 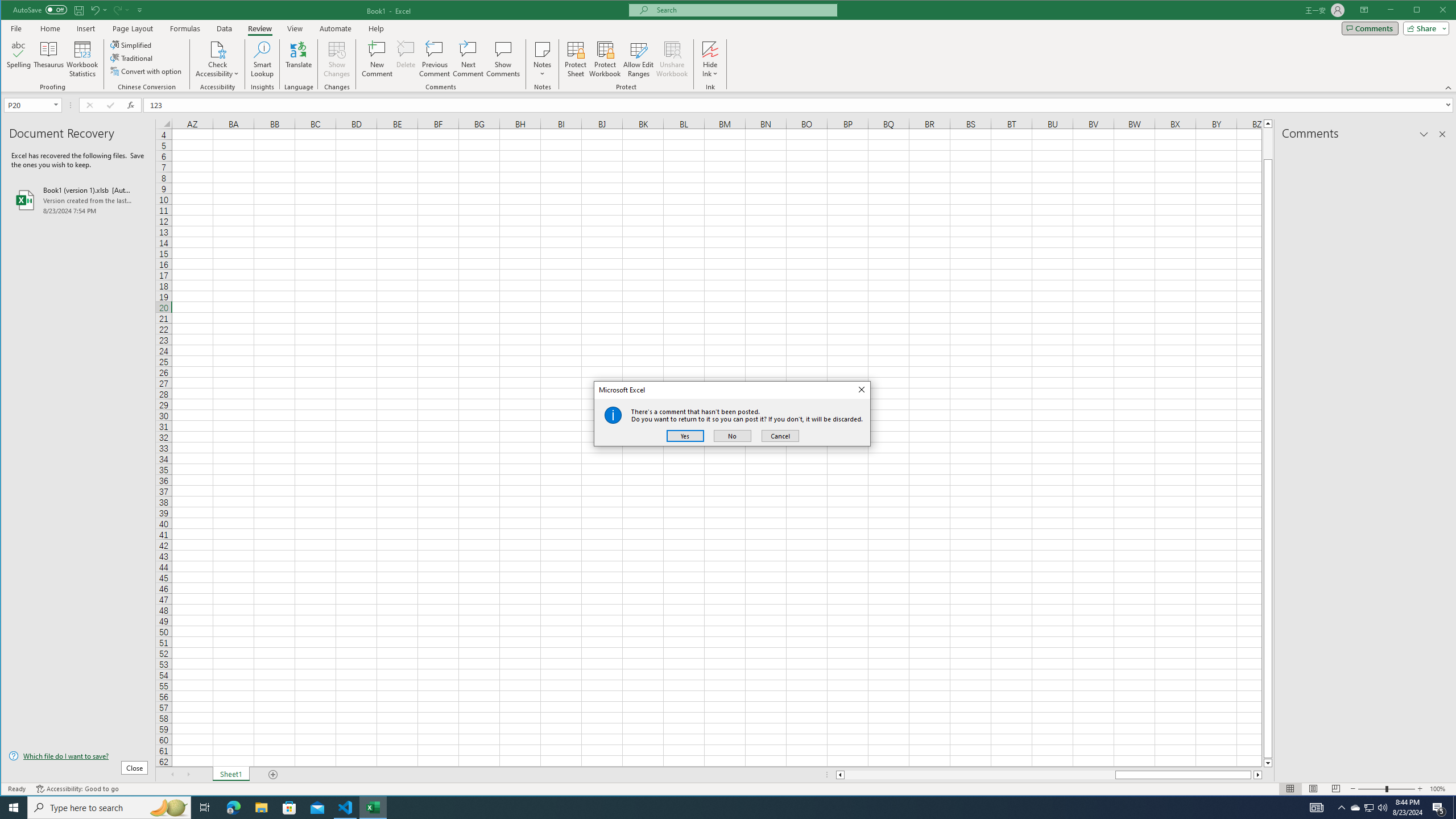 I want to click on 'Show Changes', so click(x=336, y=59).